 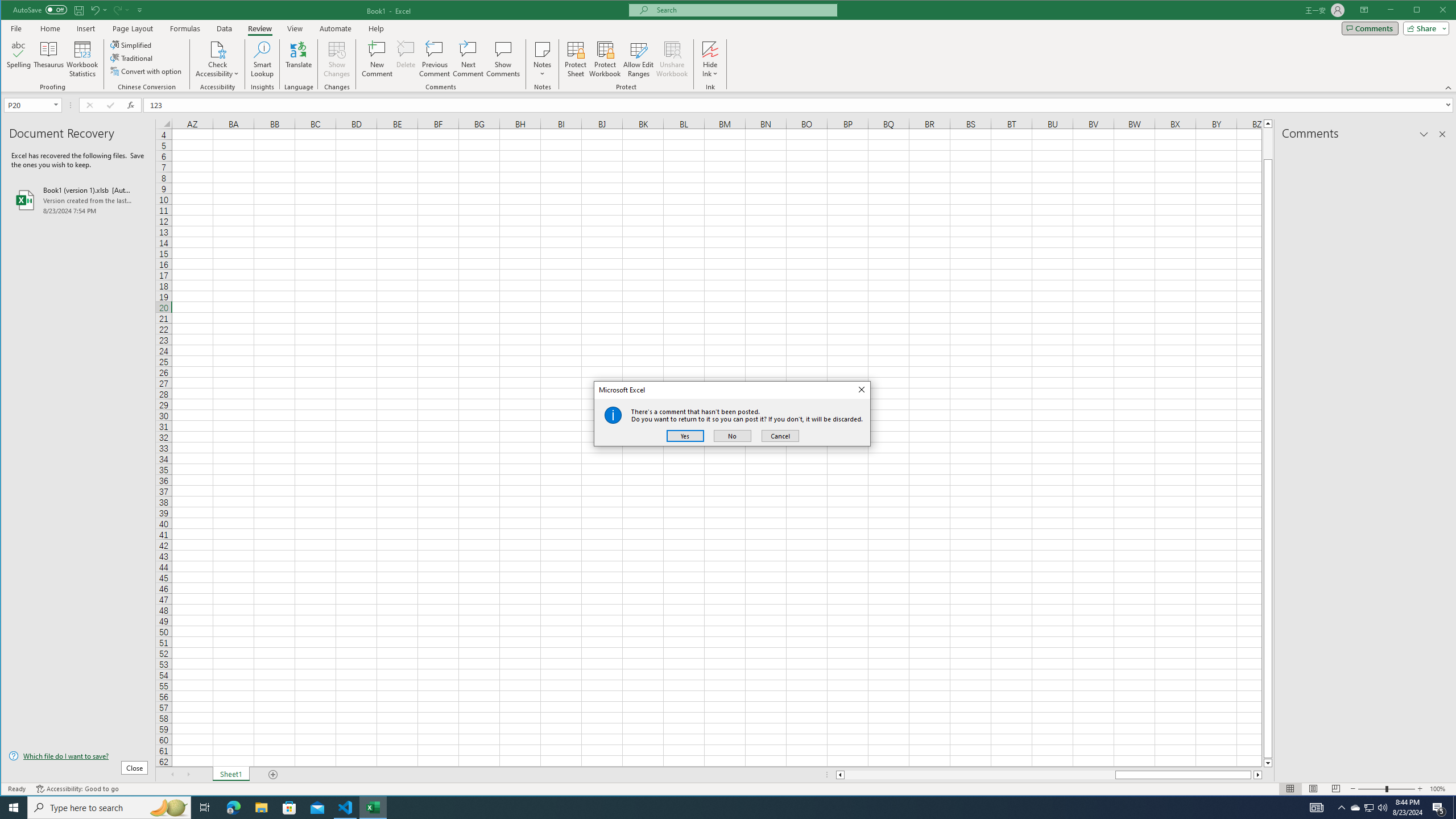 I want to click on 'Show Changes', so click(x=336, y=59).